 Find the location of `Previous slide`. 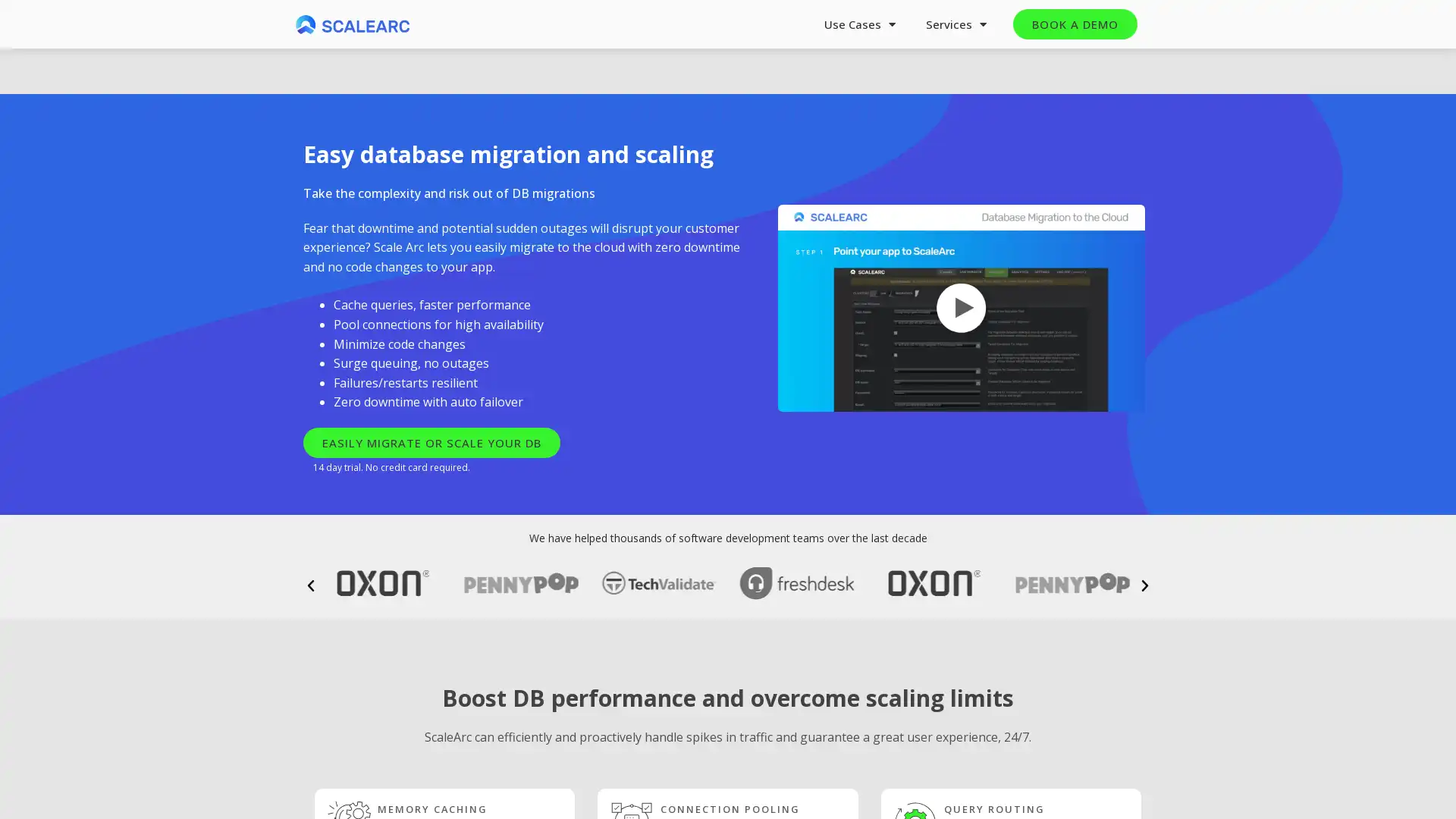

Previous slide is located at coordinates (309, 585).